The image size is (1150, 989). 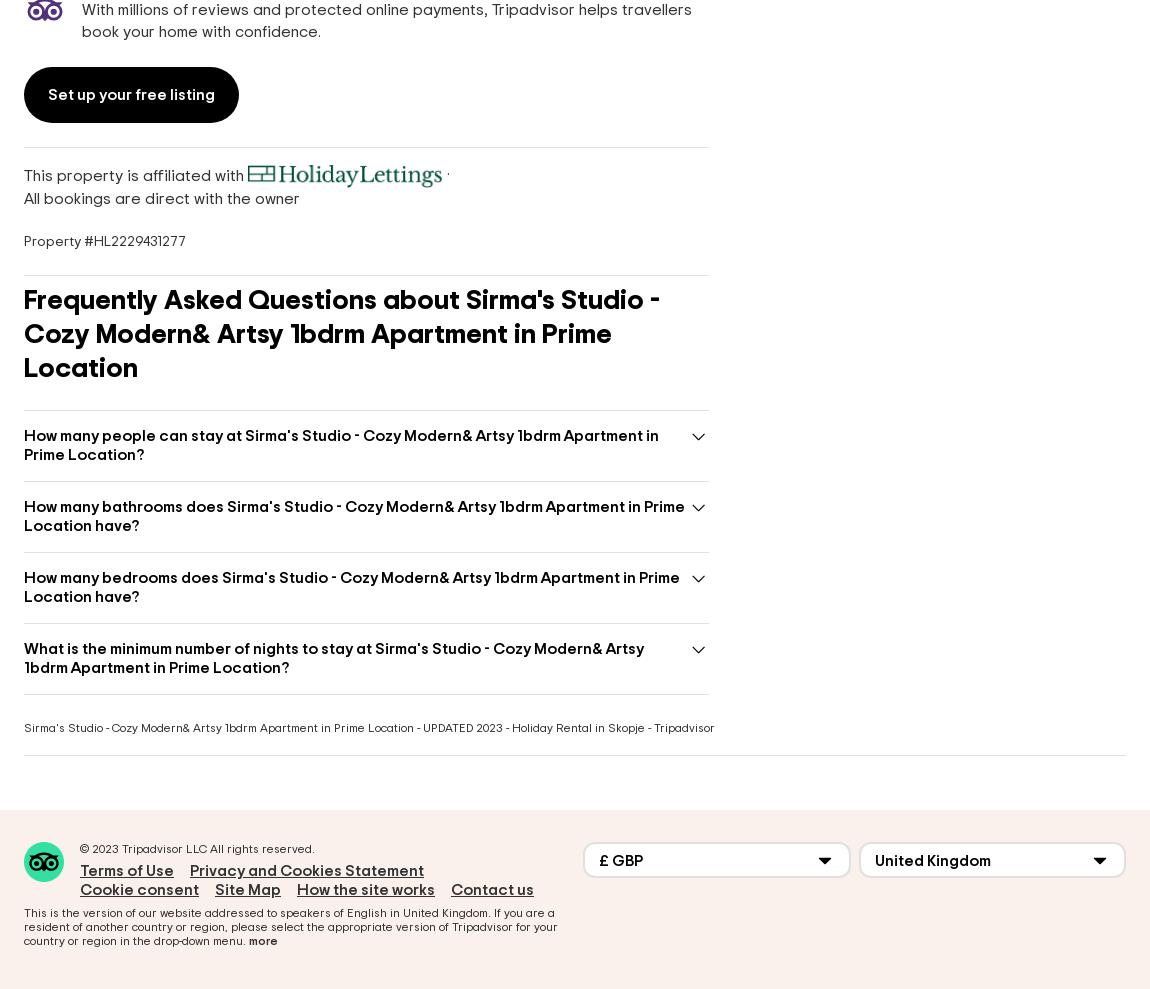 What do you see at coordinates (104, 848) in the screenshot?
I see `'2023'` at bounding box center [104, 848].